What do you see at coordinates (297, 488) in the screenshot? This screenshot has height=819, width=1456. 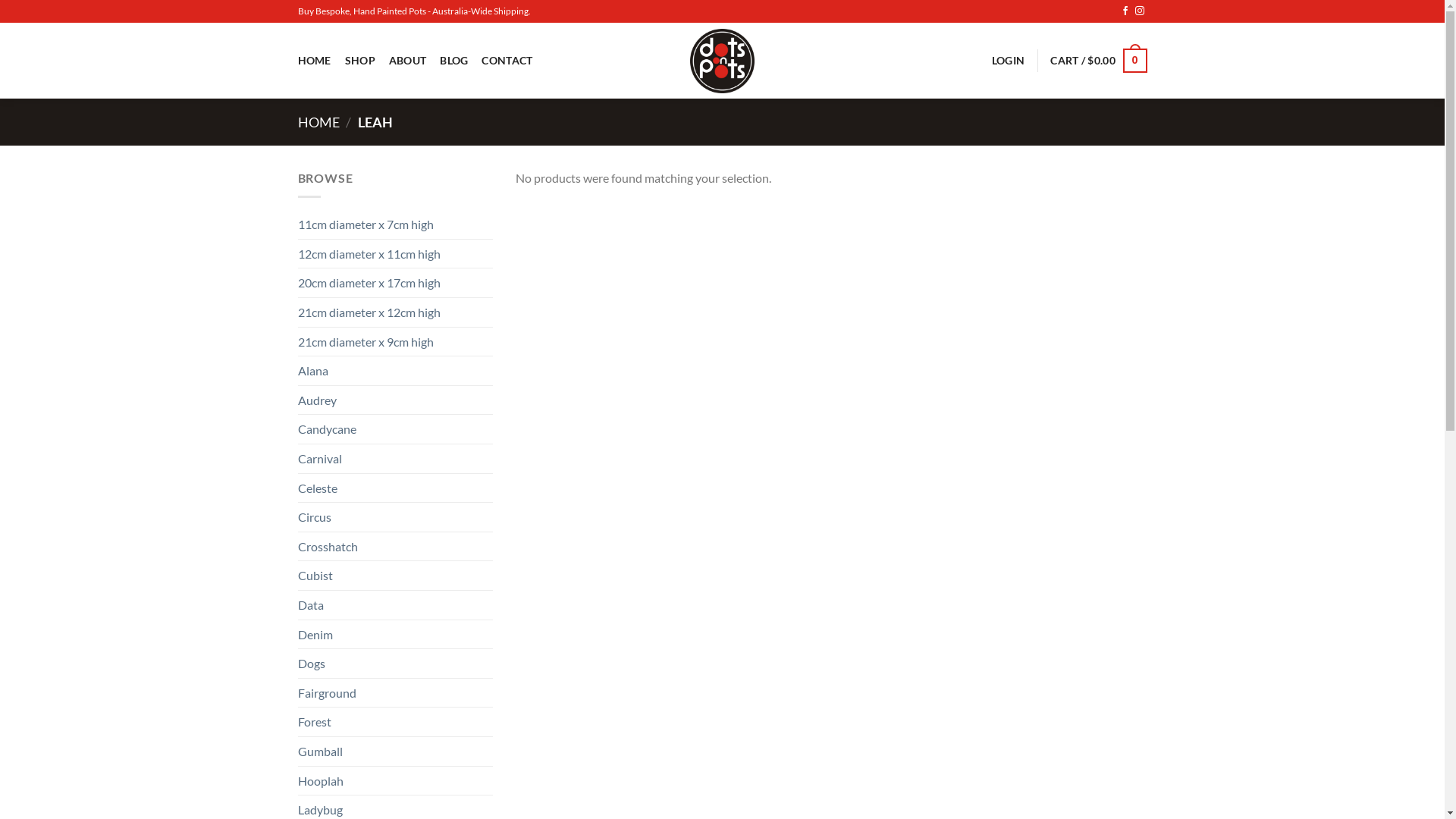 I see `'Celeste'` at bounding box center [297, 488].